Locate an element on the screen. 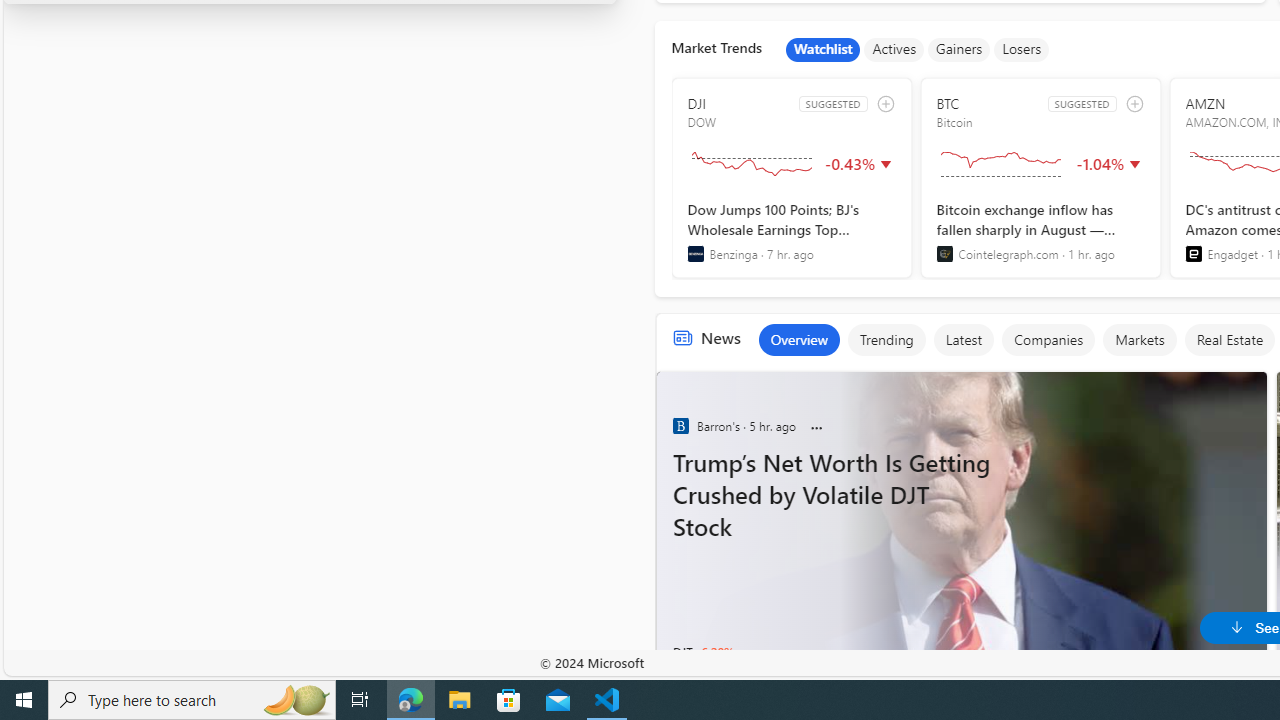  'Trending' is located at coordinates (885, 338).